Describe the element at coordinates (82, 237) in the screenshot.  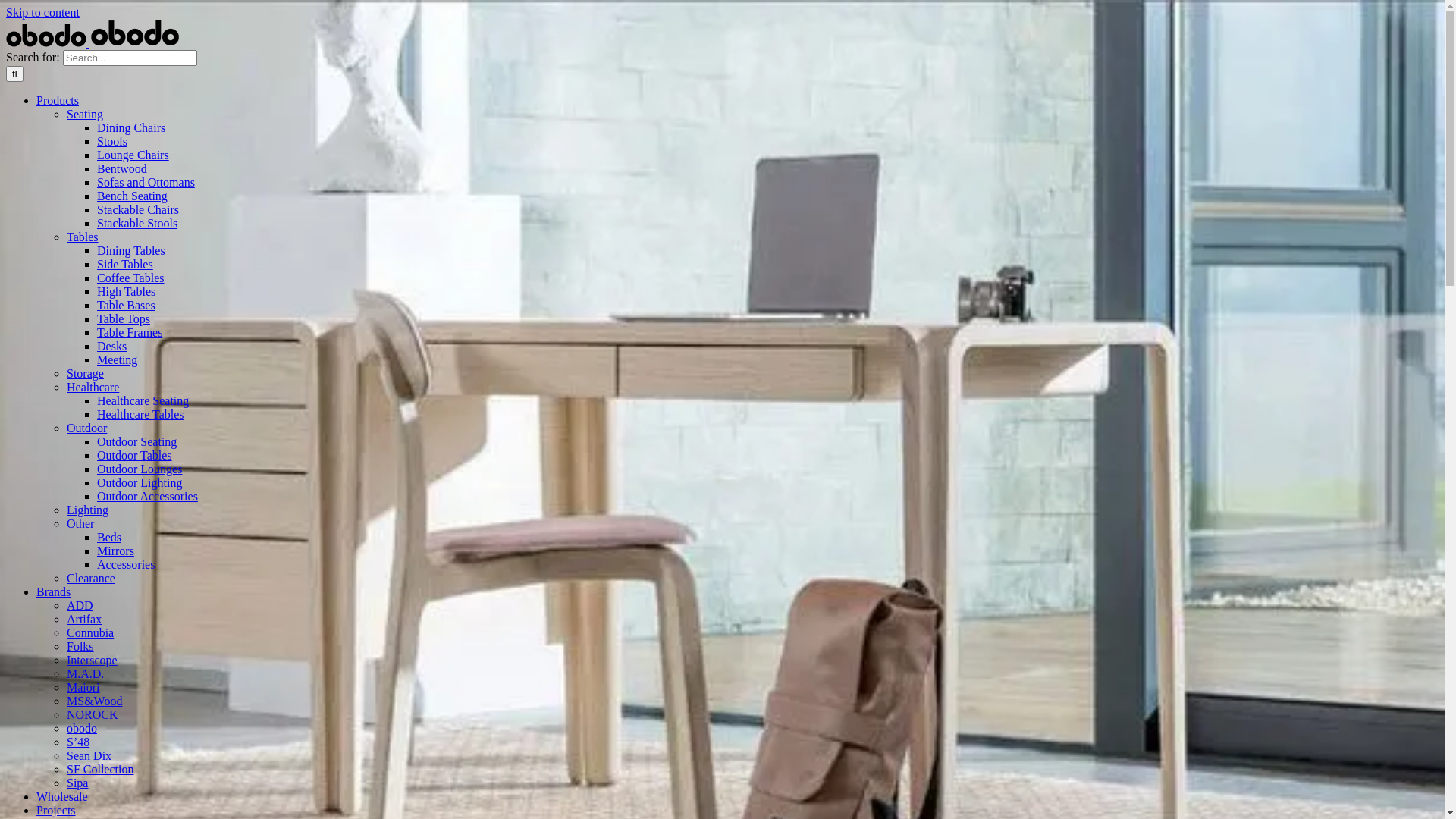
I see `'Tables'` at that location.